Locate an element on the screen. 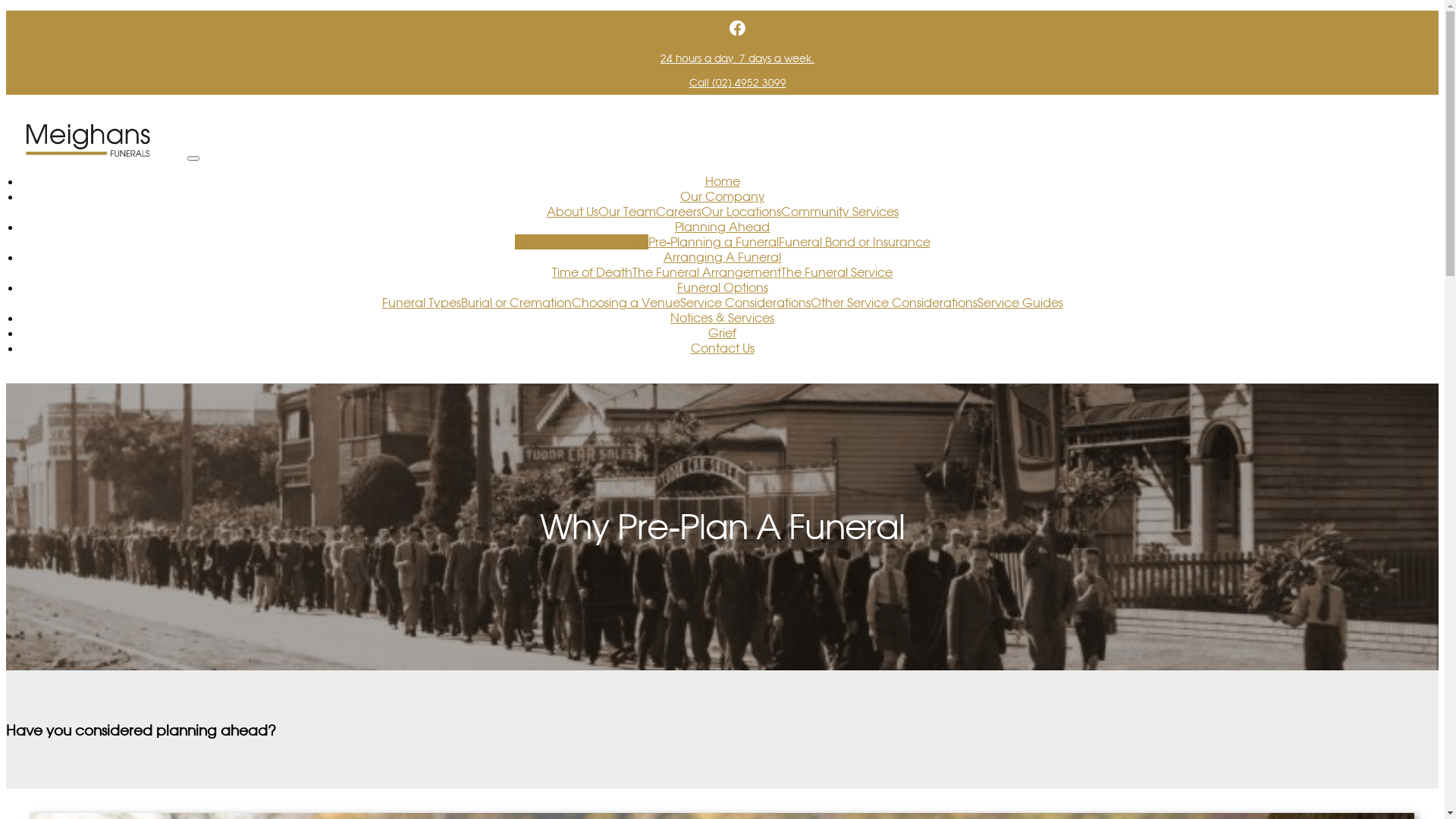 This screenshot has width=1456, height=819. 'Pre-Planning a Funeral' is located at coordinates (712, 241).